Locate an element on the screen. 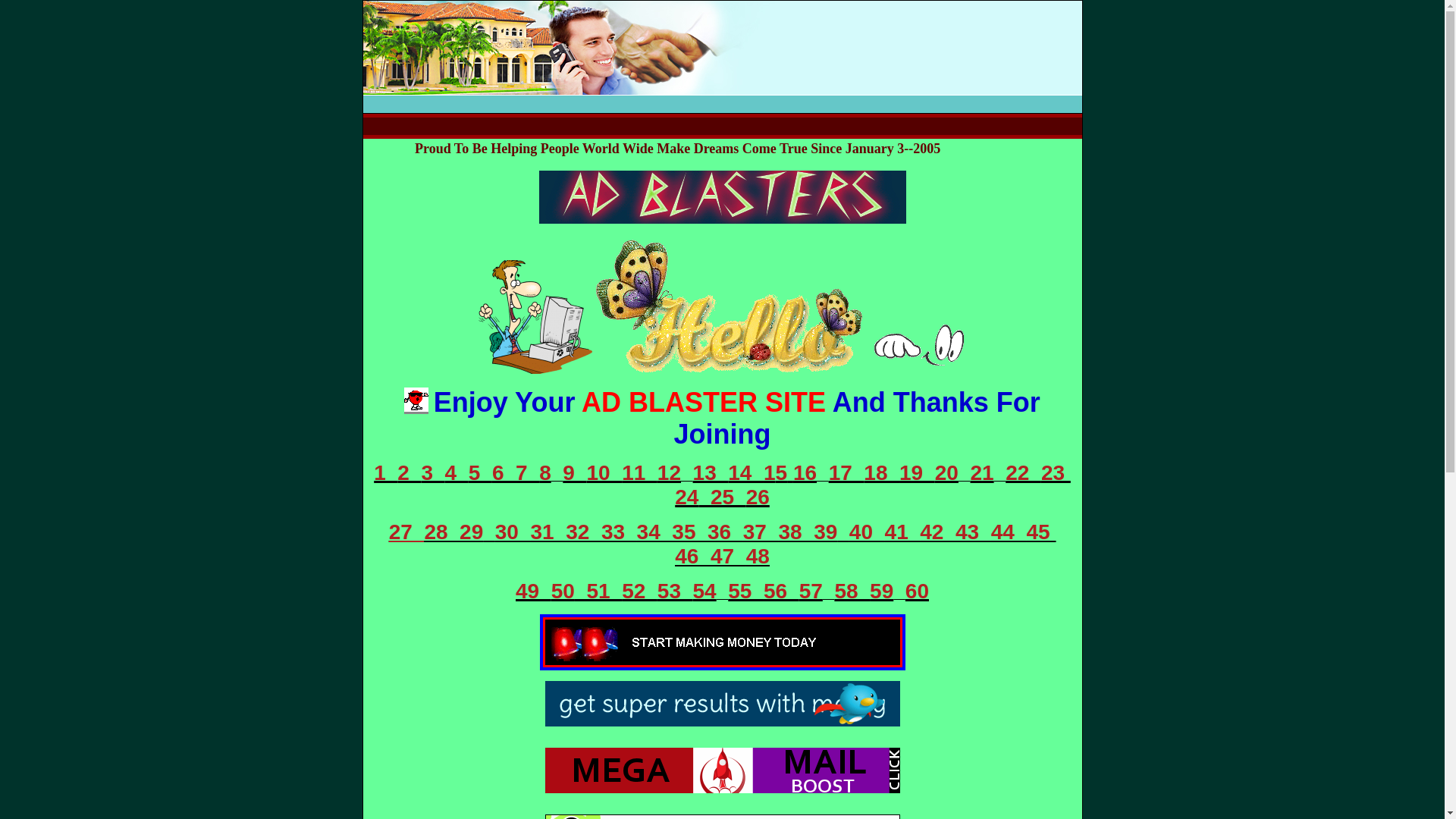  '24' is located at coordinates (686, 497).